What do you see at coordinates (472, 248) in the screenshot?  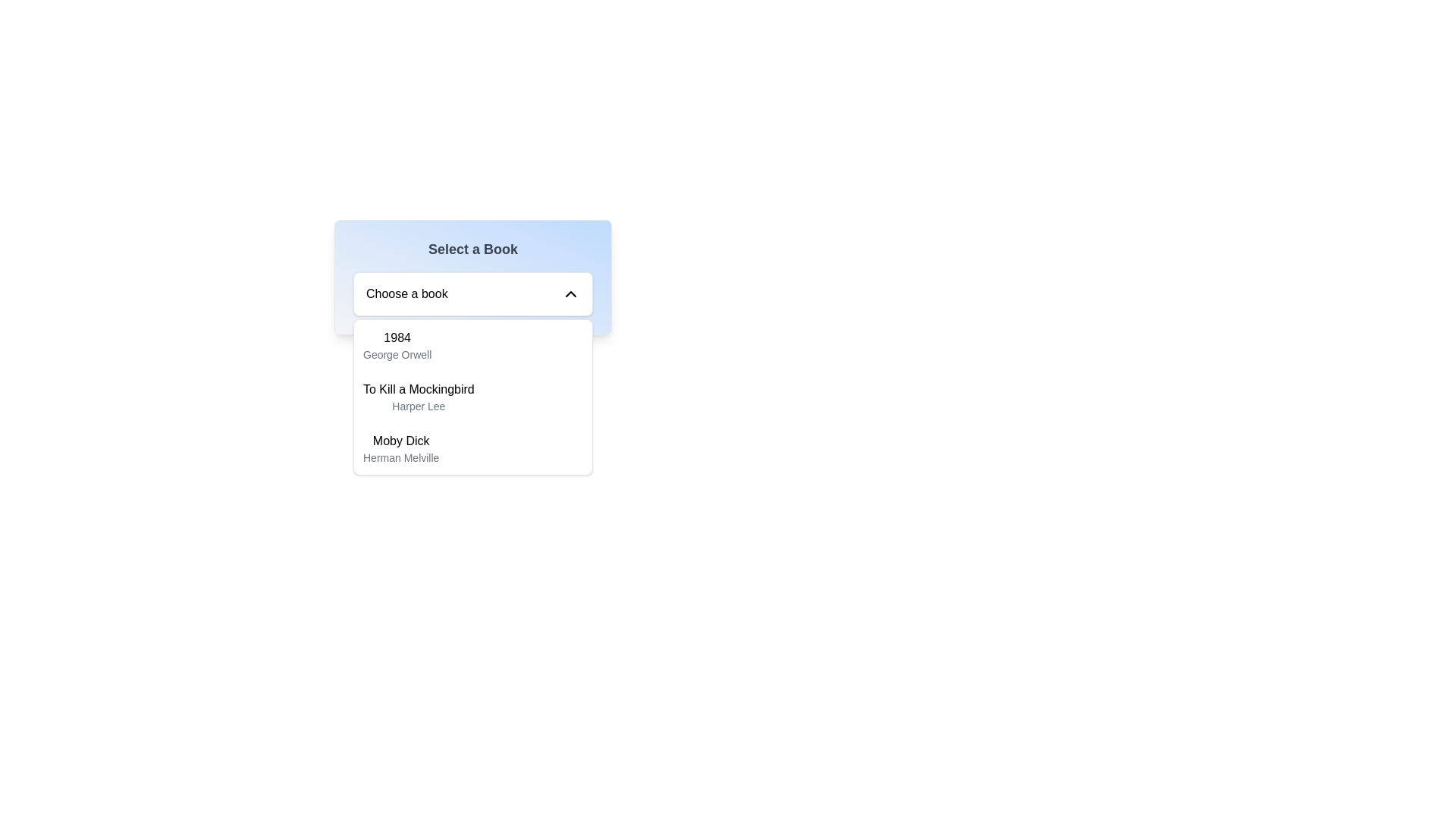 I see `the Text Label that serves as a title or heading for selecting a book from the options below` at bounding box center [472, 248].